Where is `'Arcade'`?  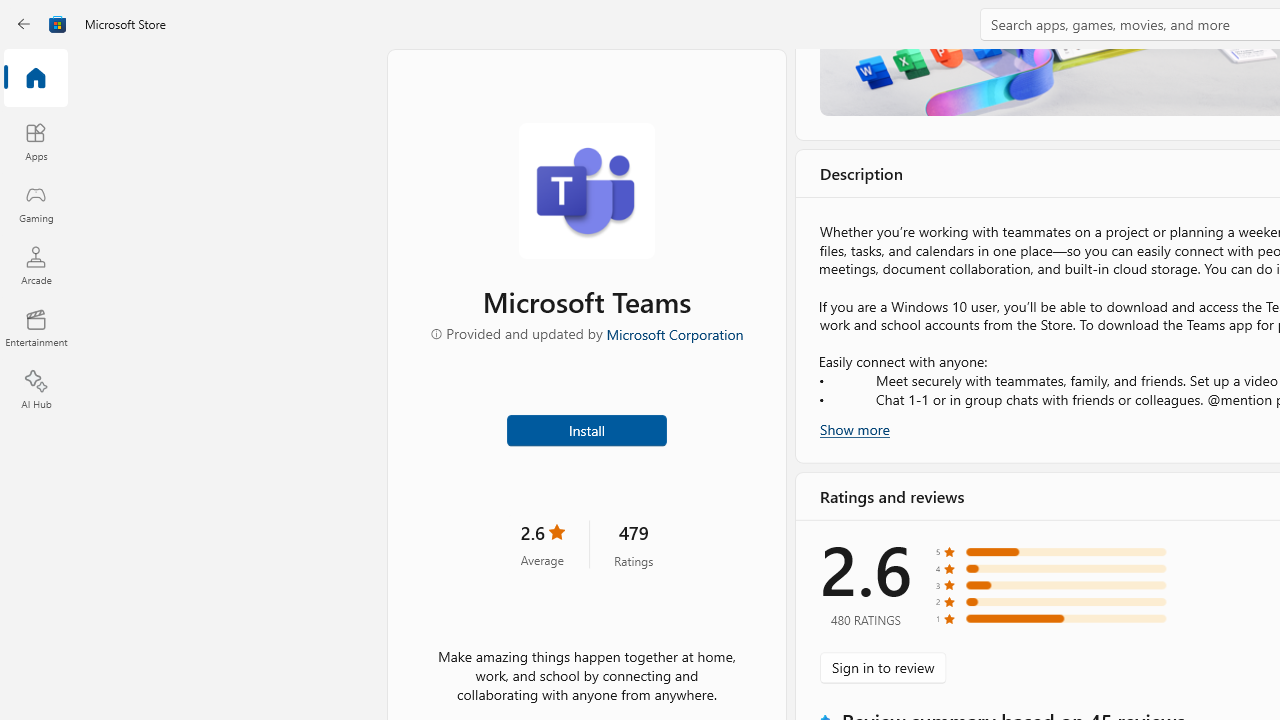 'Arcade' is located at coordinates (35, 264).